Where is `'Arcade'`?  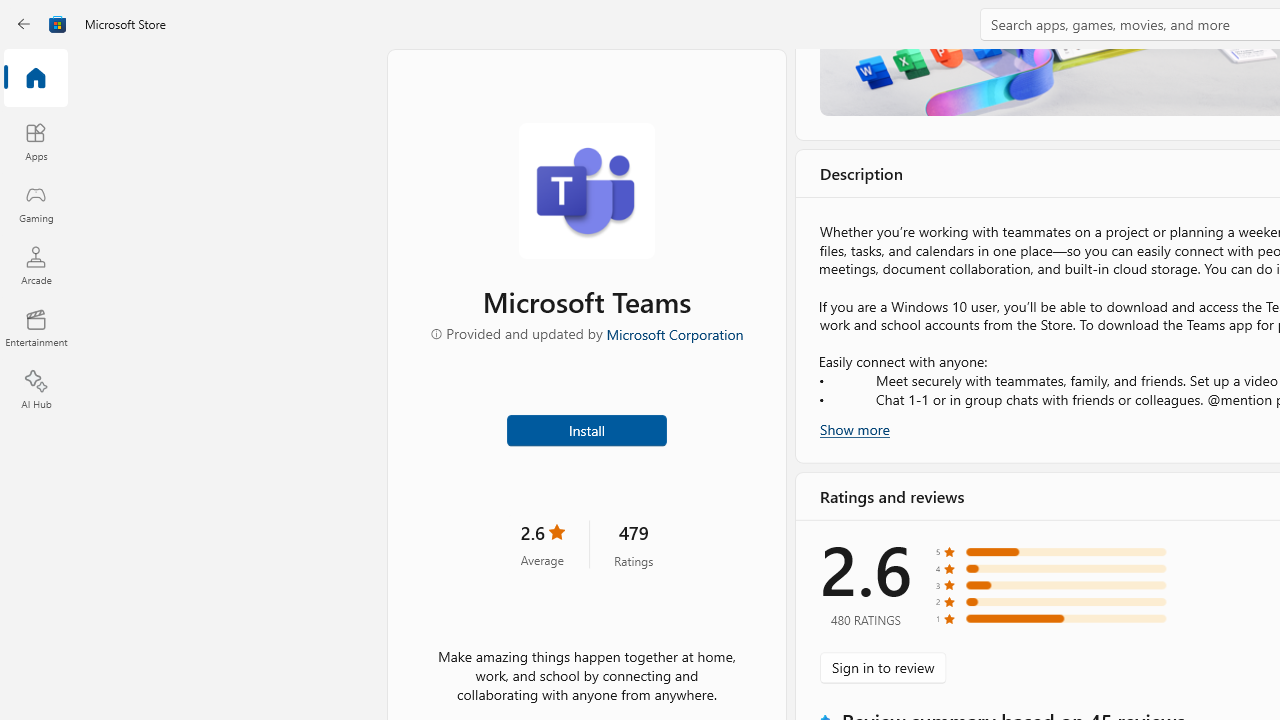 'Arcade' is located at coordinates (35, 264).